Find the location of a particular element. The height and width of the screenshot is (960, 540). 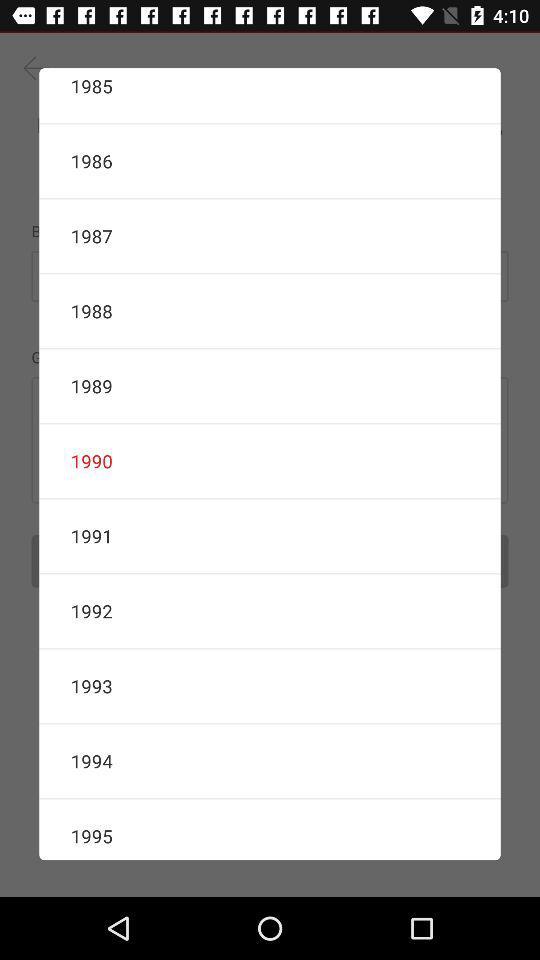

the icon above the 1991 is located at coordinates (270, 461).